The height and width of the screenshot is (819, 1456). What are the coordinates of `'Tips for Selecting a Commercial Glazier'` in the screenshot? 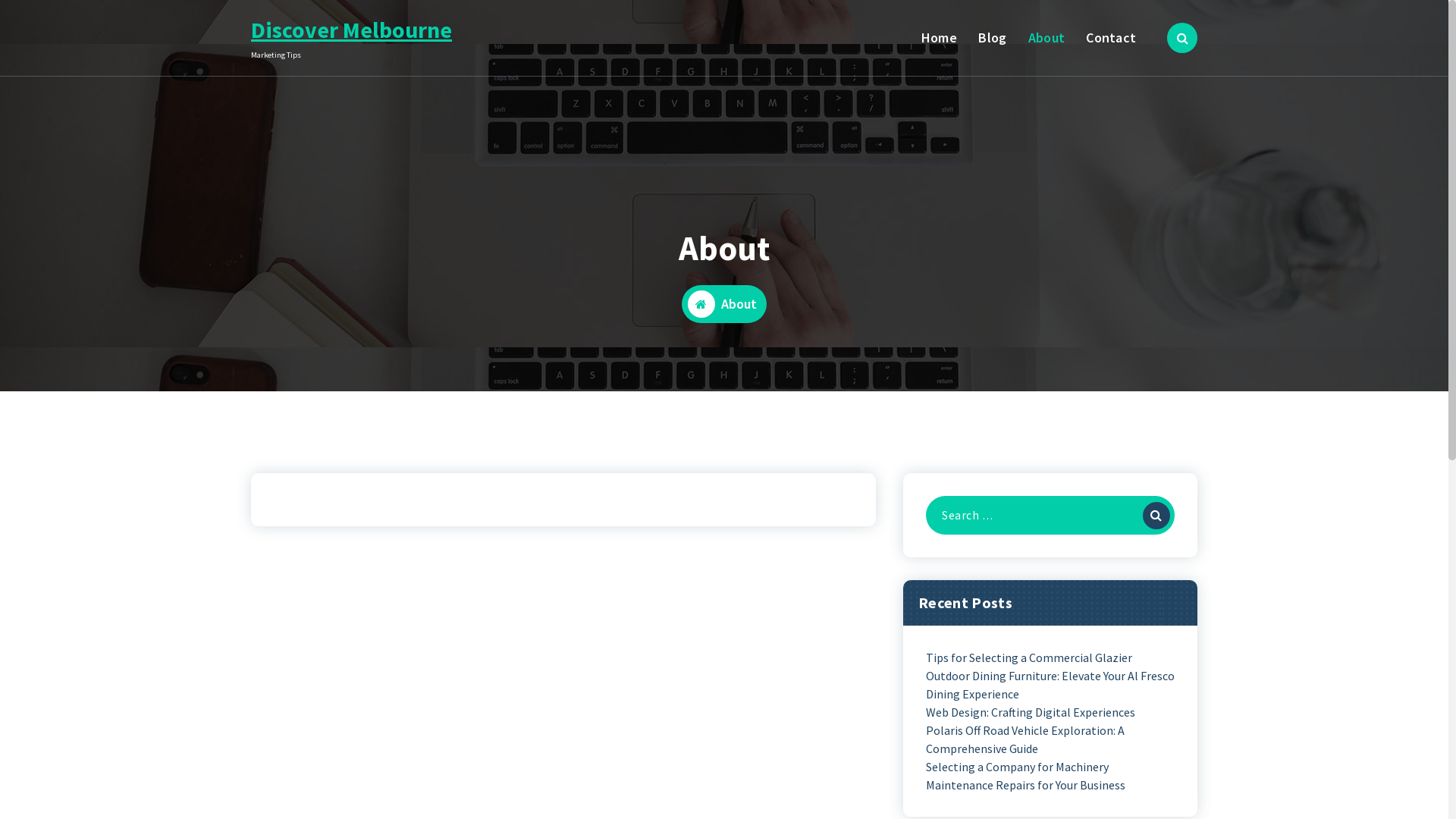 It's located at (1029, 657).